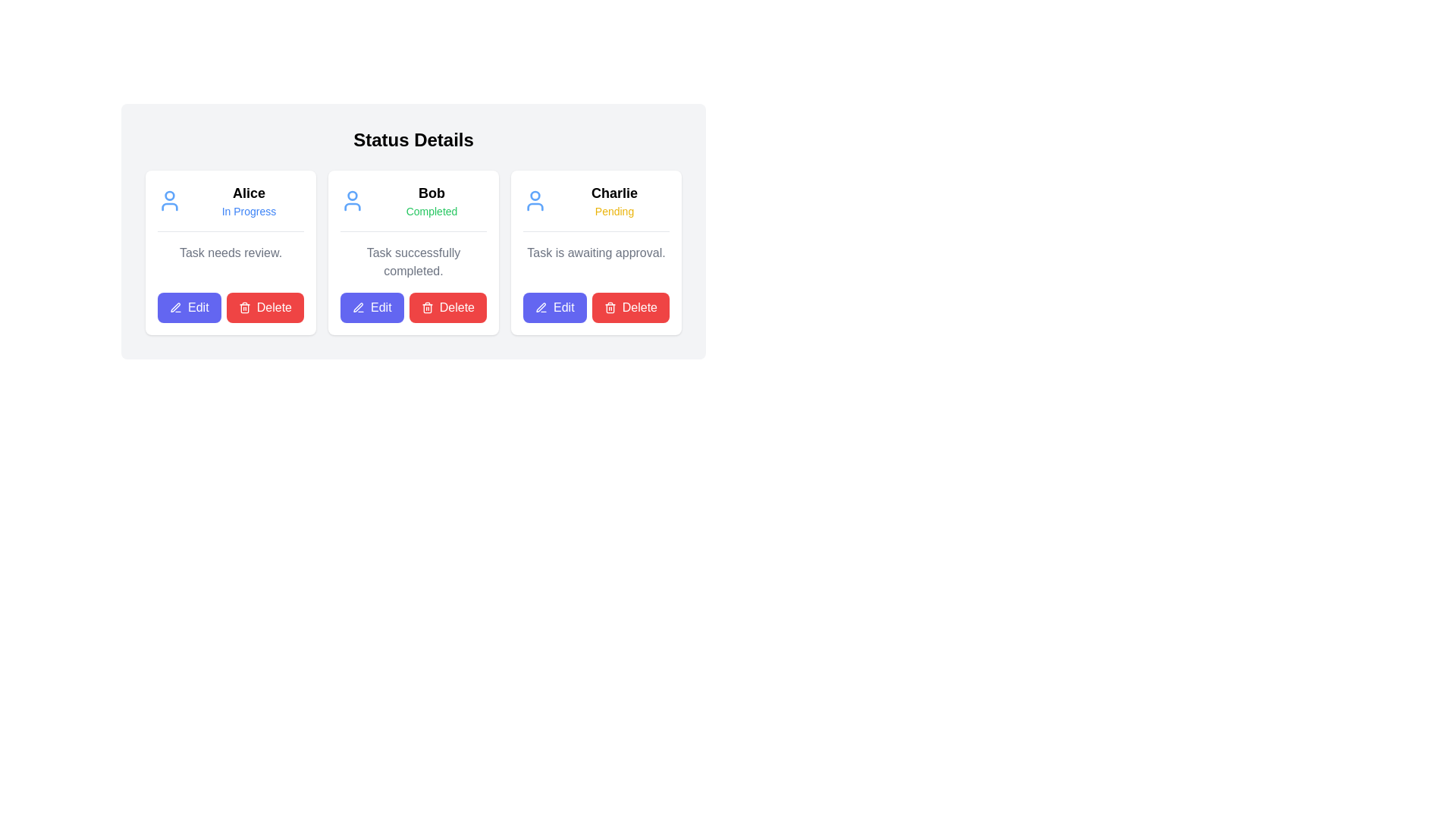 This screenshot has height=819, width=1456. Describe the element at coordinates (230, 207) in the screenshot. I see `the informational card containing the user icon and text details for 'Alice', which shows 'In Progress'` at that location.